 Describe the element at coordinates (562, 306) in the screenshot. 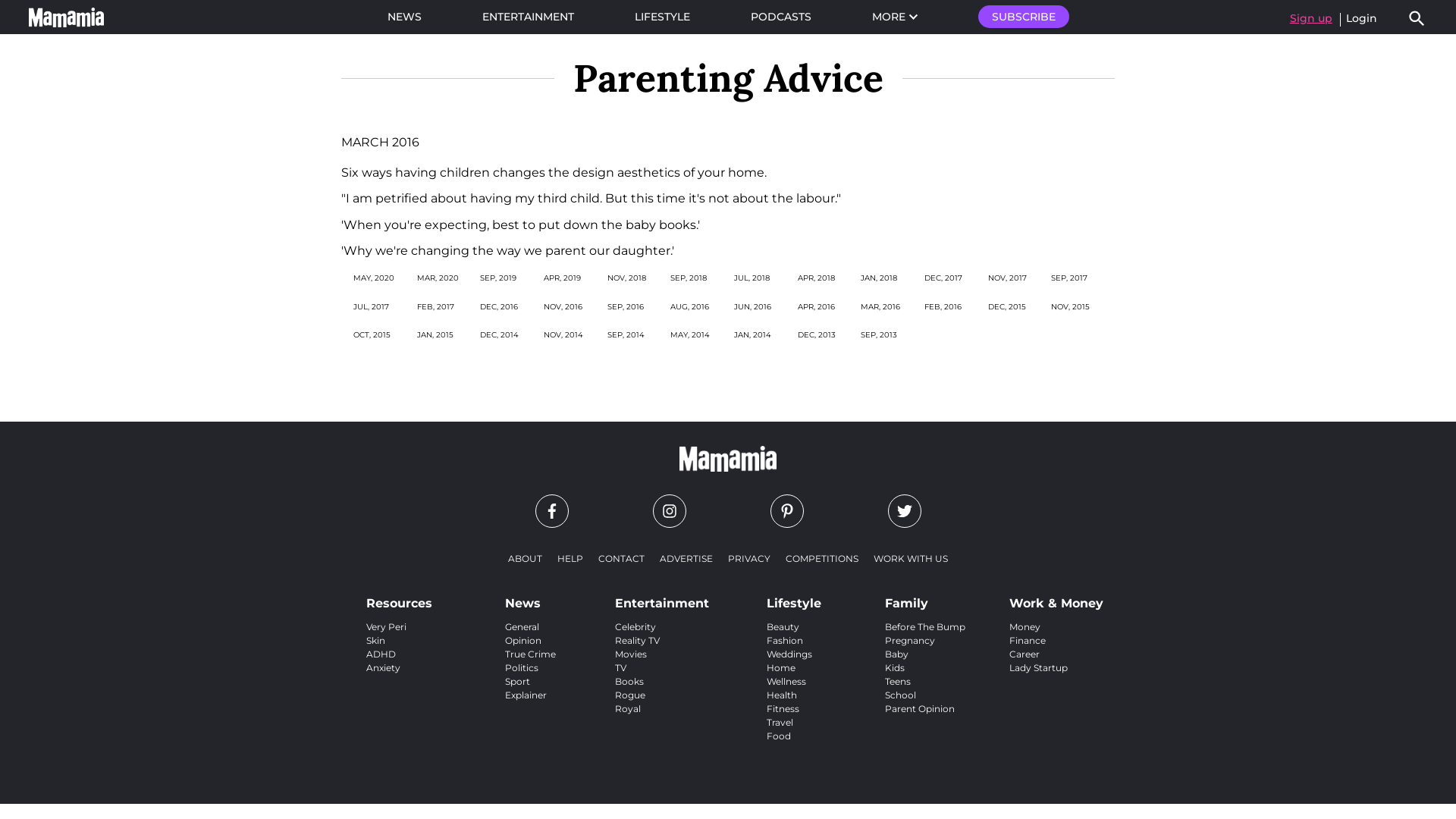

I see `'NOV, 2016'` at that location.